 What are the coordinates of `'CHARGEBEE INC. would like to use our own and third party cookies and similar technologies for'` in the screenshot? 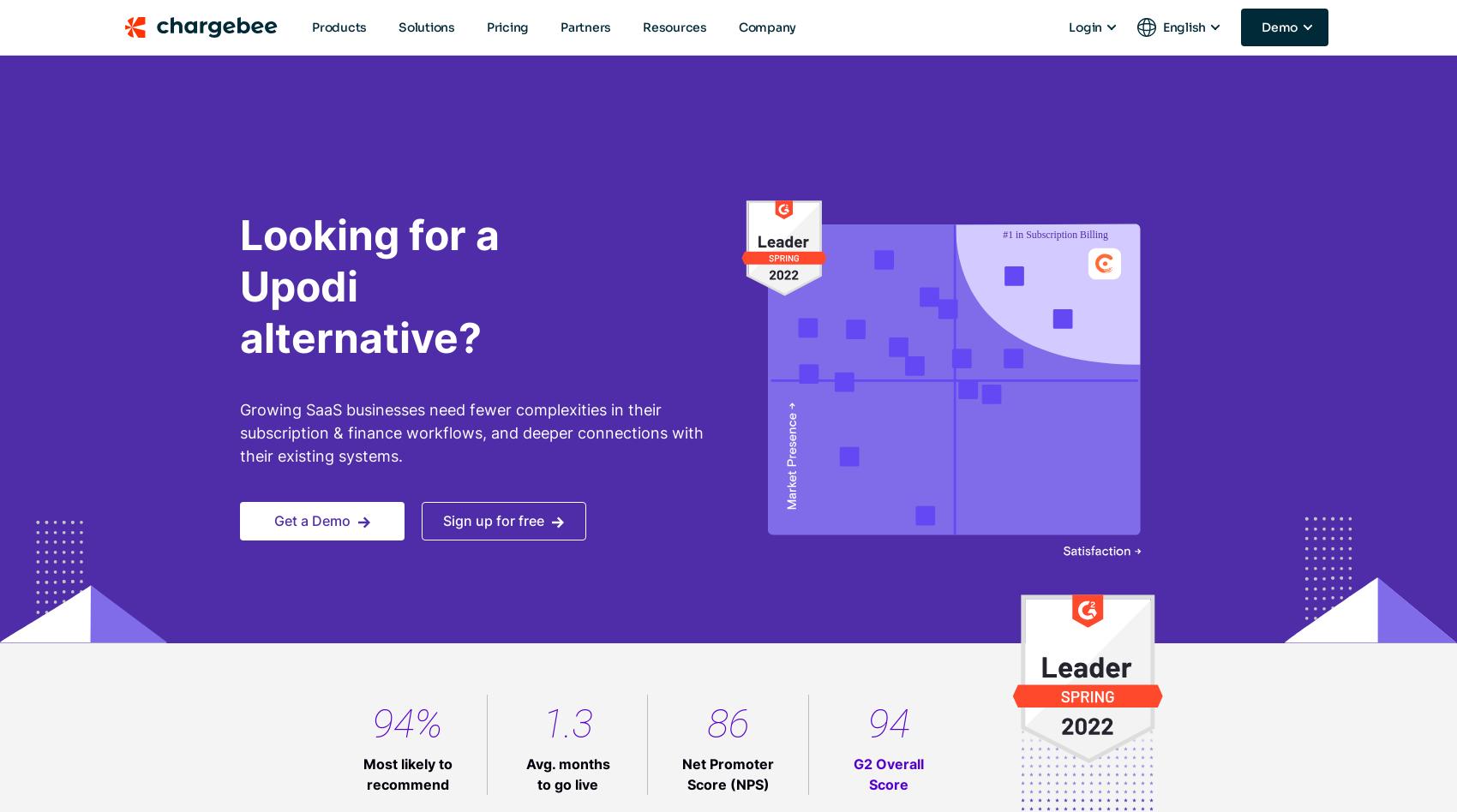 It's located at (719, 240).